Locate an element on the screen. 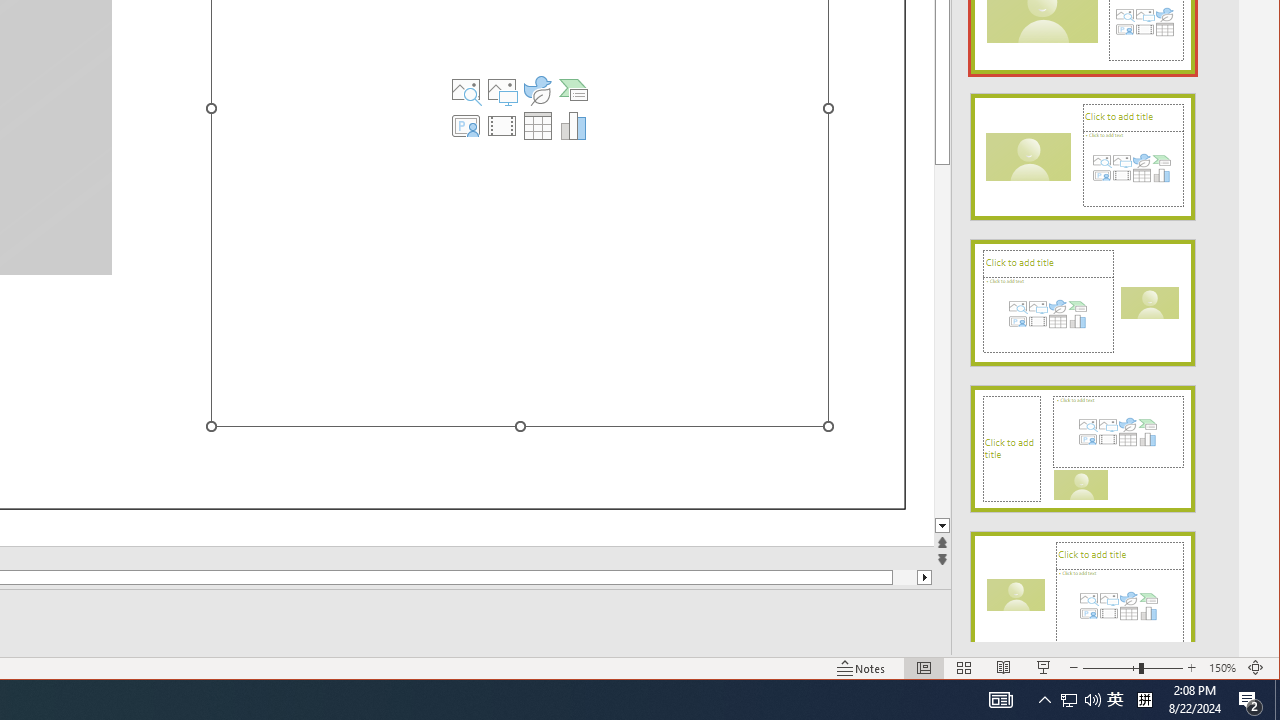 The width and height of the screenshot is (1280, 720). 'Insert Video' is located at coordinates (502, 125).